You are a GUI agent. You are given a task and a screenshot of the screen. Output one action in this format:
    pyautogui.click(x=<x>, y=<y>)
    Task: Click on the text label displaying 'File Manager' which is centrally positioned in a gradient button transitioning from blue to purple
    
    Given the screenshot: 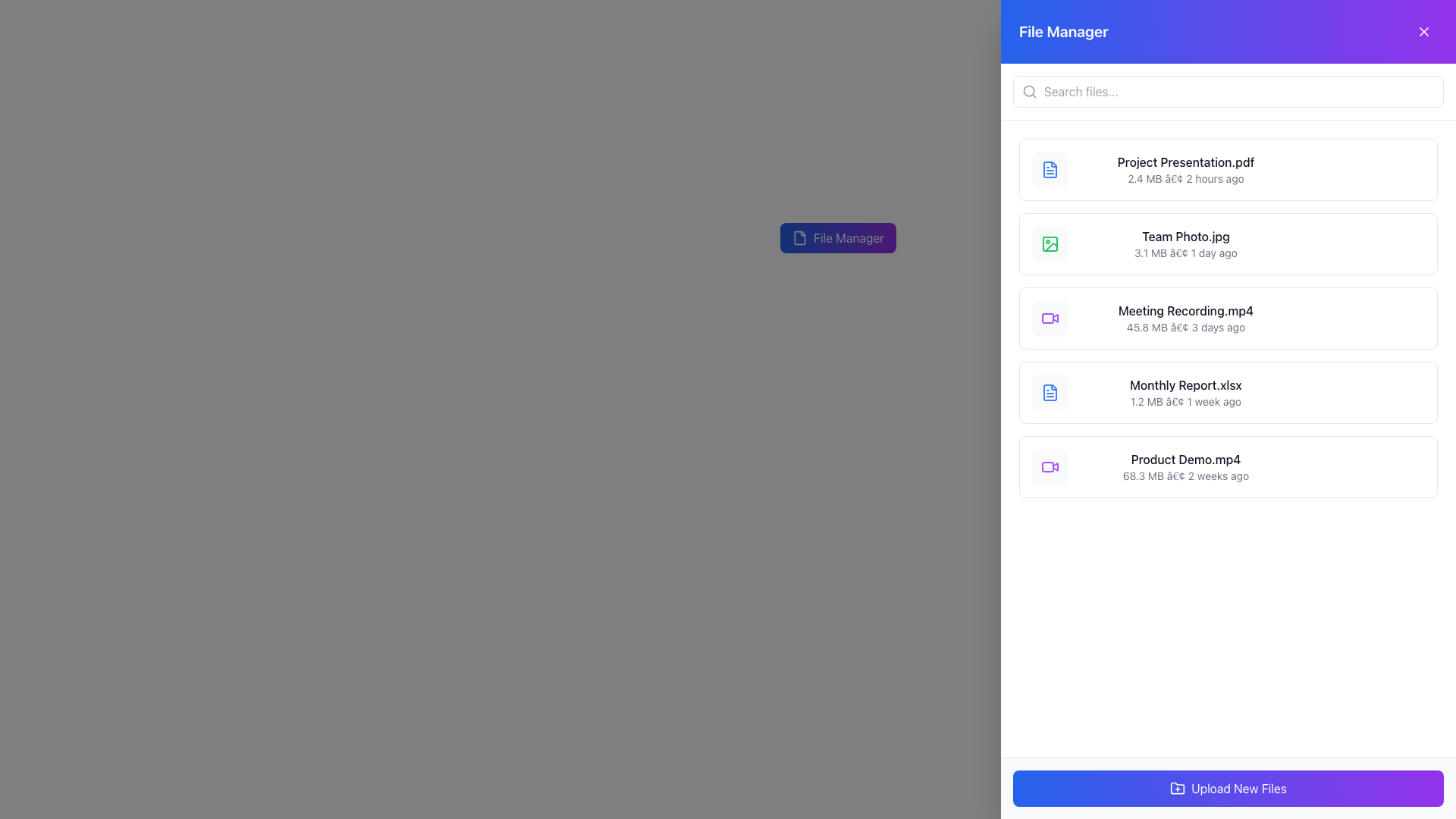 What is the action you would take?
    pyautogui.click(x=848, y=237)
    